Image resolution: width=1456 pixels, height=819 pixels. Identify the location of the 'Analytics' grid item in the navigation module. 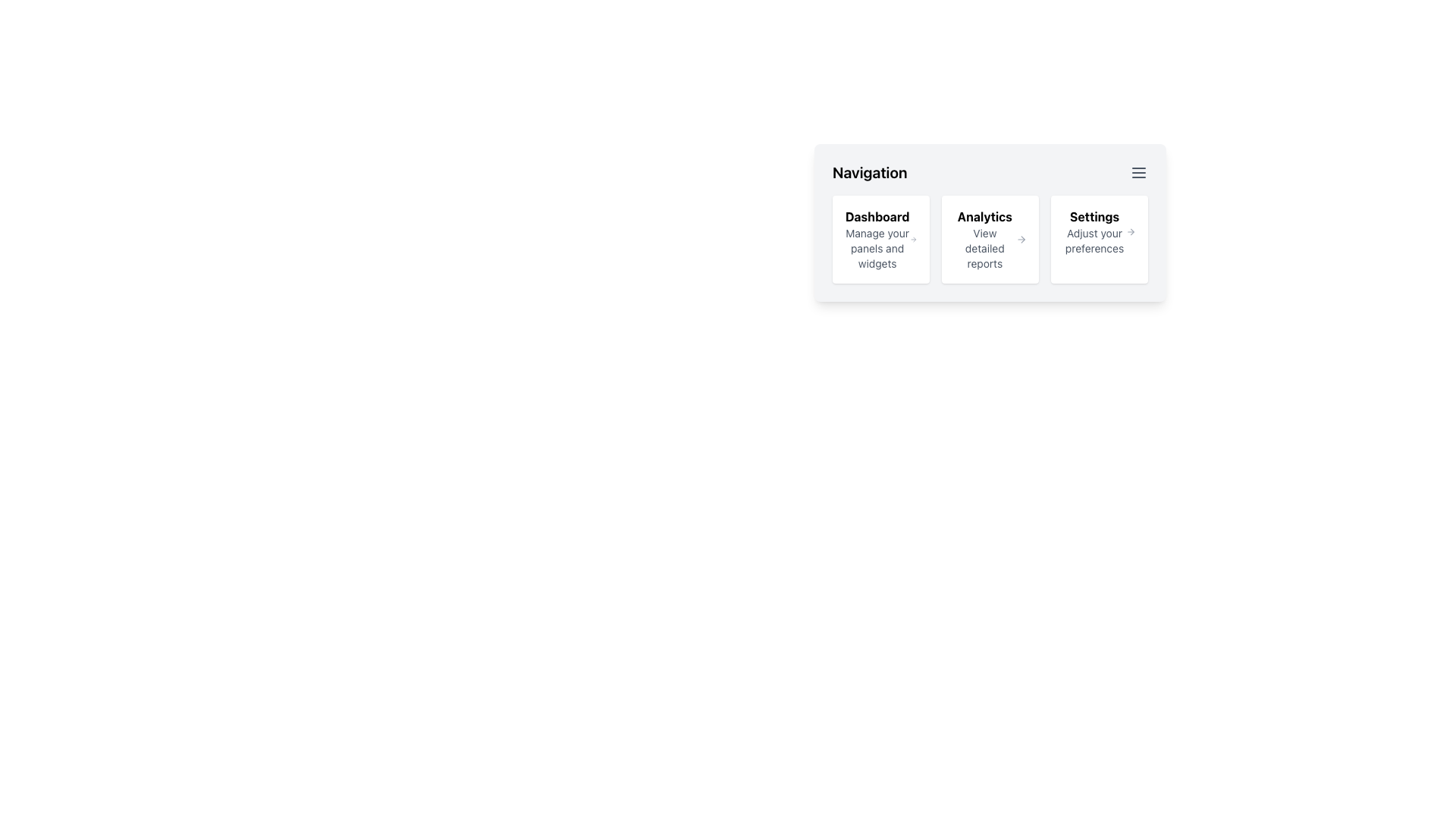
(990, 239).